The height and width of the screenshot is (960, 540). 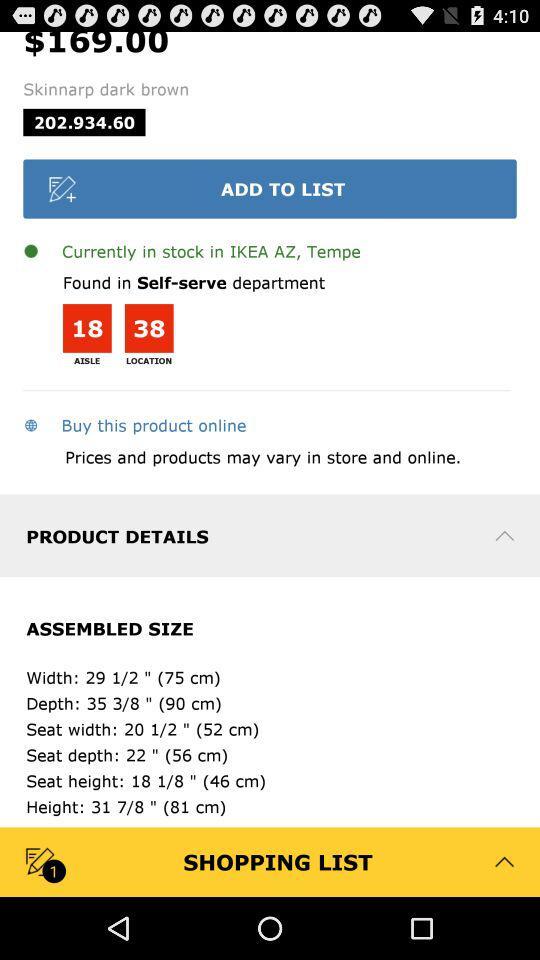 I want to click on text add to list, so click(x=270, y=188).